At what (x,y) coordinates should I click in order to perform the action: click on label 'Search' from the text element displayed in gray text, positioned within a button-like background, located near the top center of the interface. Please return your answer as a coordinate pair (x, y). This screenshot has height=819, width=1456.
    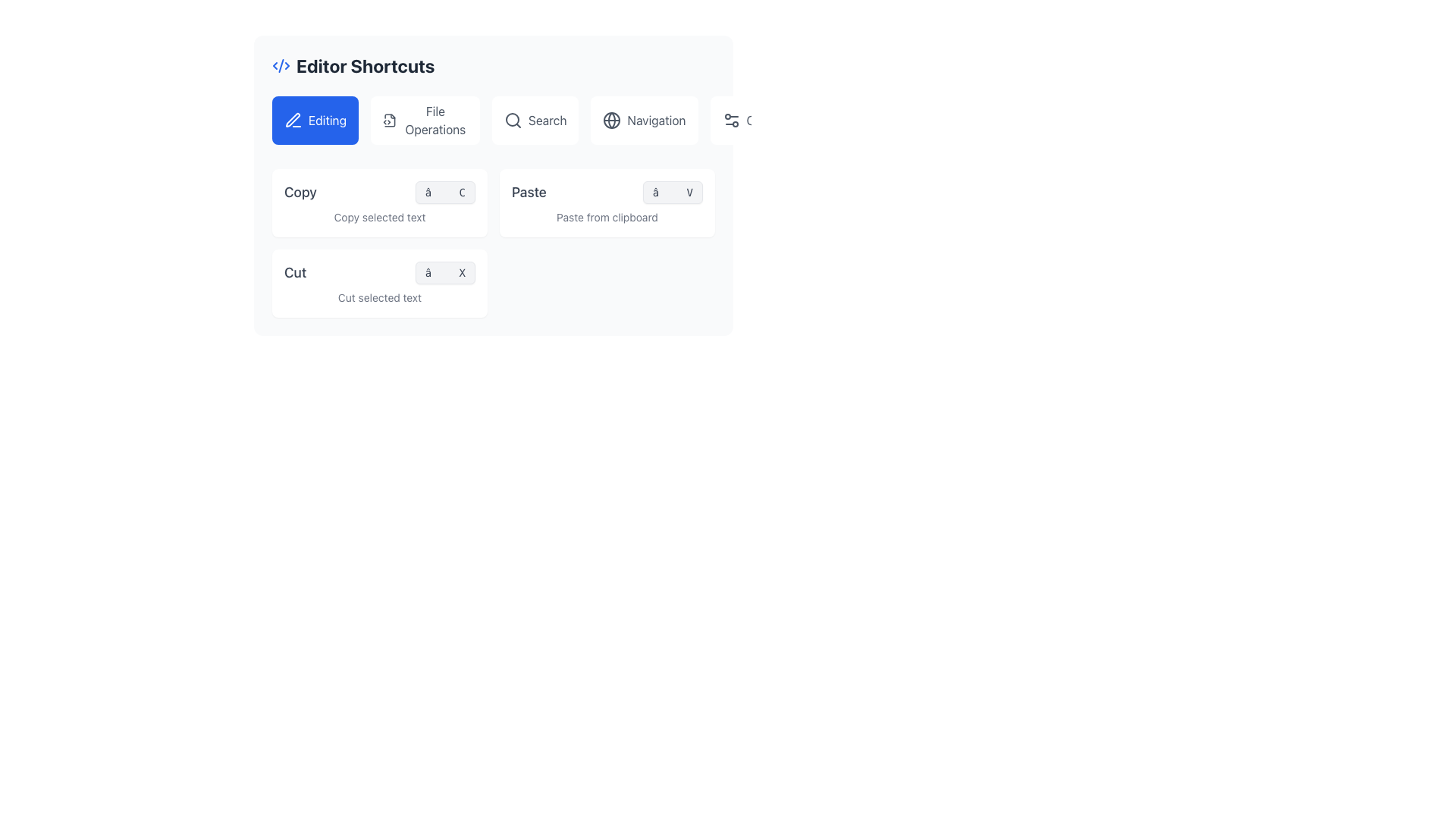
    Looking at the image, I should click on (547, 119).